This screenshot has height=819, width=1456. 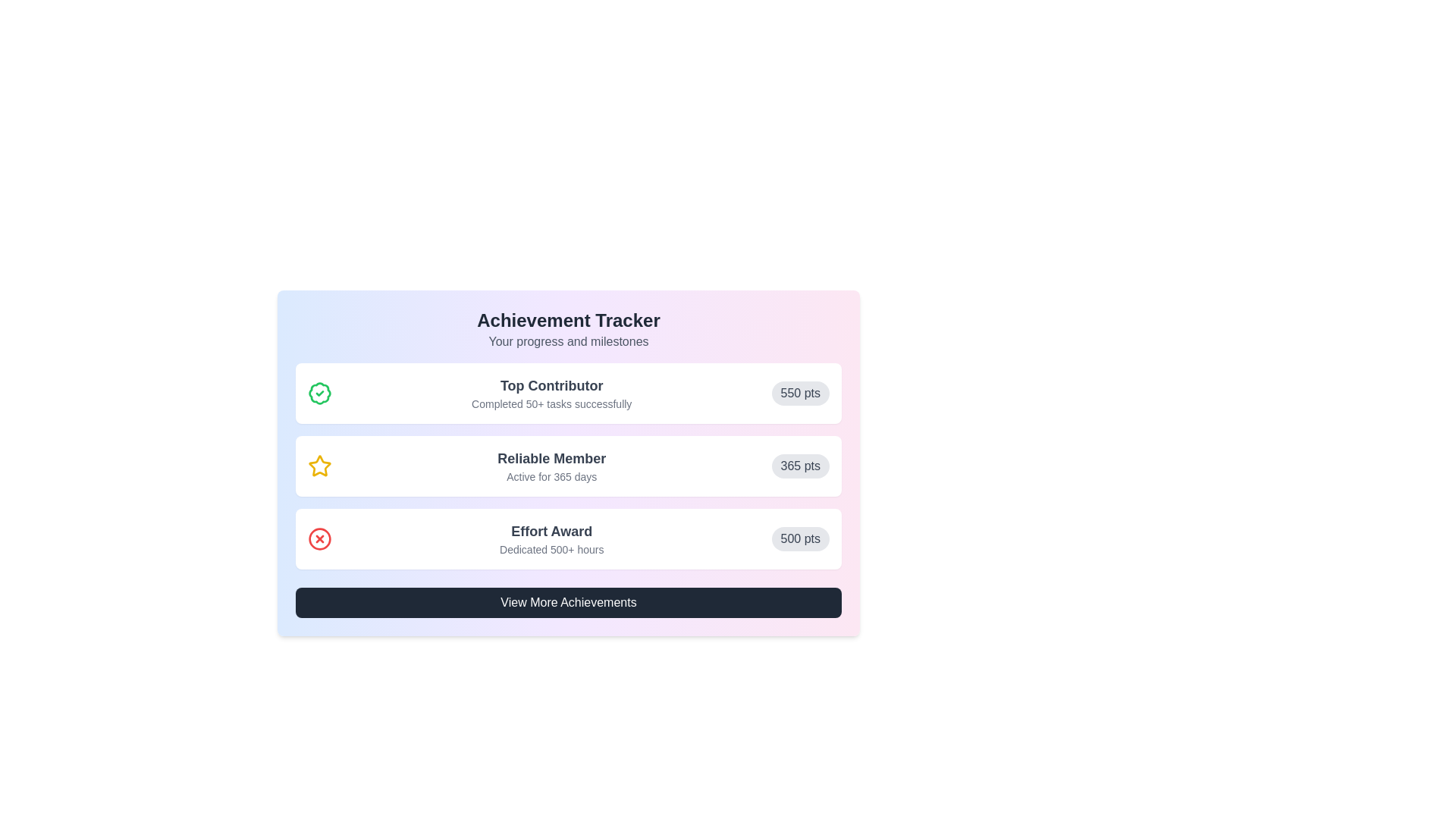 What do you see at coordinates (551, 538) in the screenshot?
I see `the Text Label displaying 'Effort Award' with the smaller text 'Dedicated 500+ hours' located in the middle of the third row of award items` at bounding box center [551, 538].